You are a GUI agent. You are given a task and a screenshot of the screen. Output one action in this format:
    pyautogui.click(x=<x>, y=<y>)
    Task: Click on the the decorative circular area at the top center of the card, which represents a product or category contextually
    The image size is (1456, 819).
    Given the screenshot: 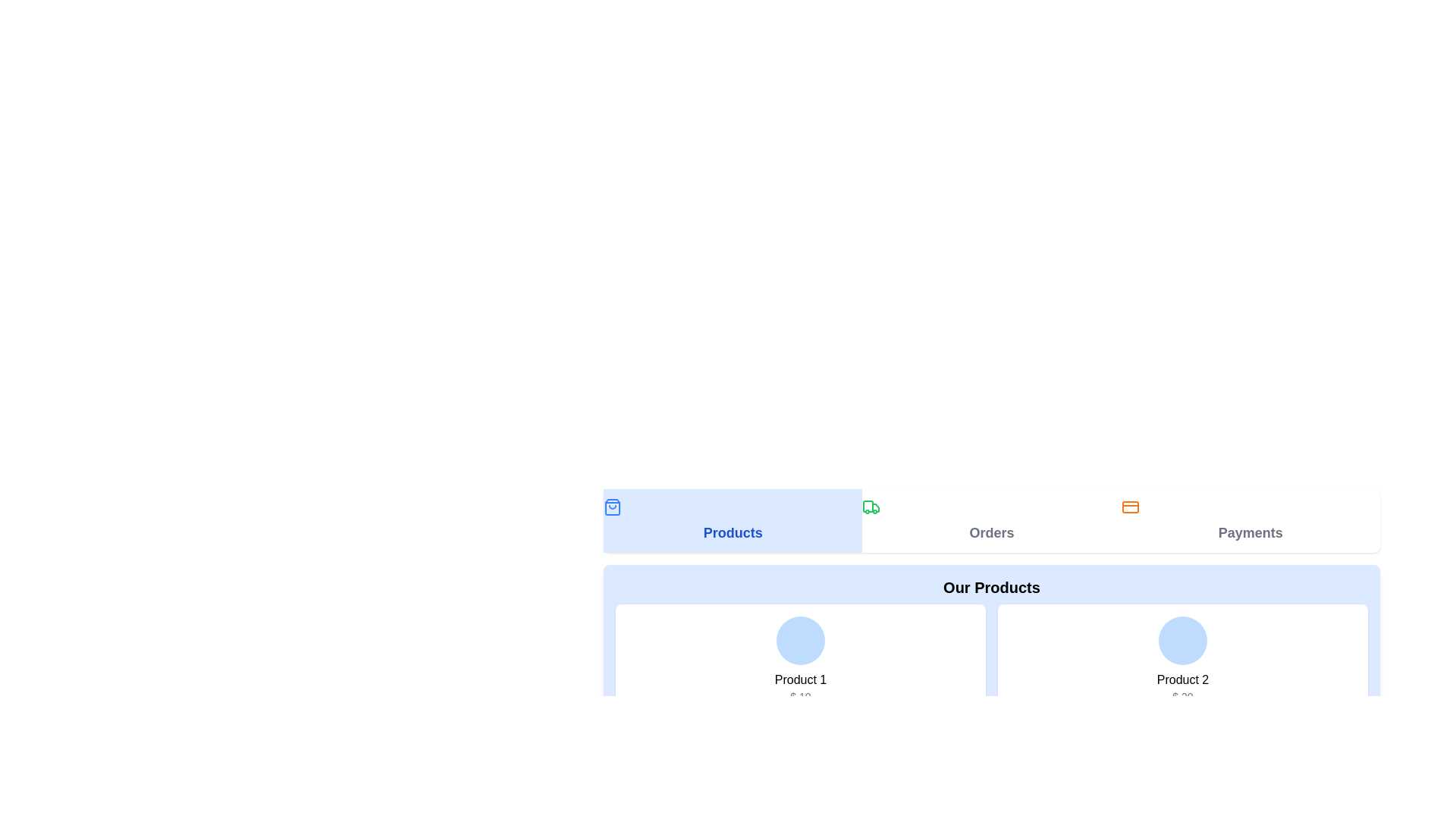 What is the action you would take?
    pyautogui.click(x=1182, y=640)
    